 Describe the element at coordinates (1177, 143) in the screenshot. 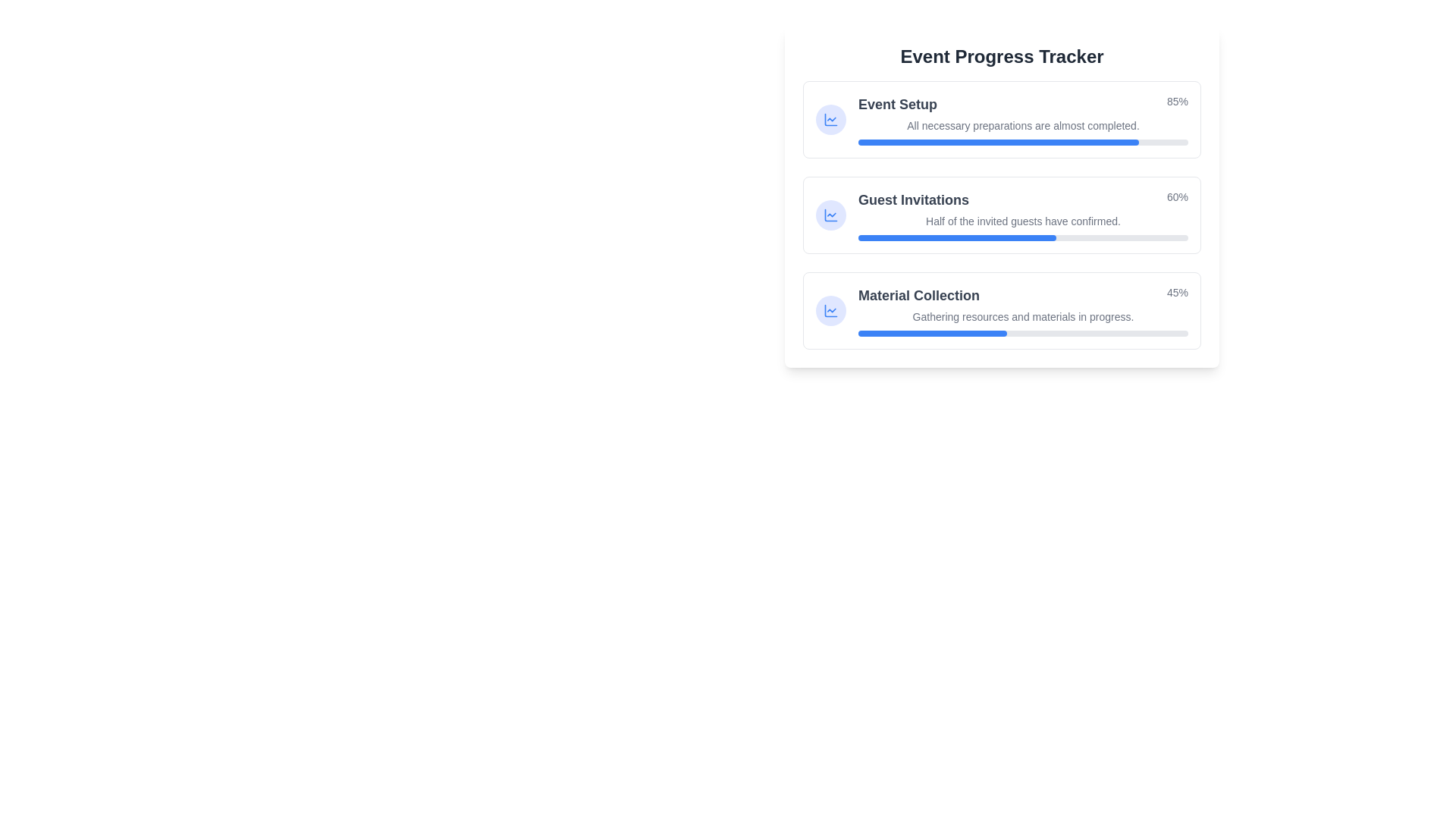

I see `the progress of the bar` at that location.